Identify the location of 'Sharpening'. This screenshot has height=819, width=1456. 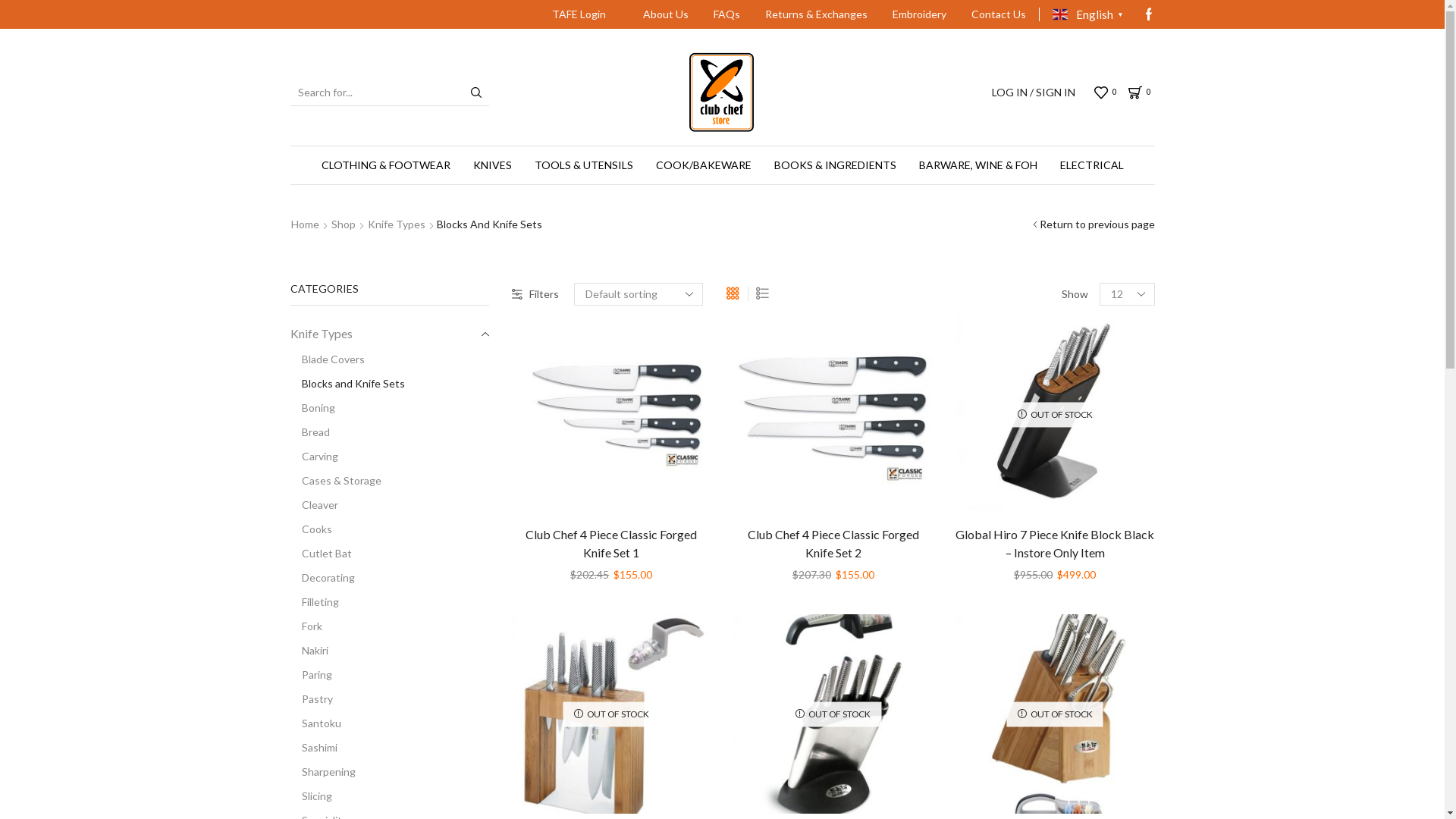
(322, 772).